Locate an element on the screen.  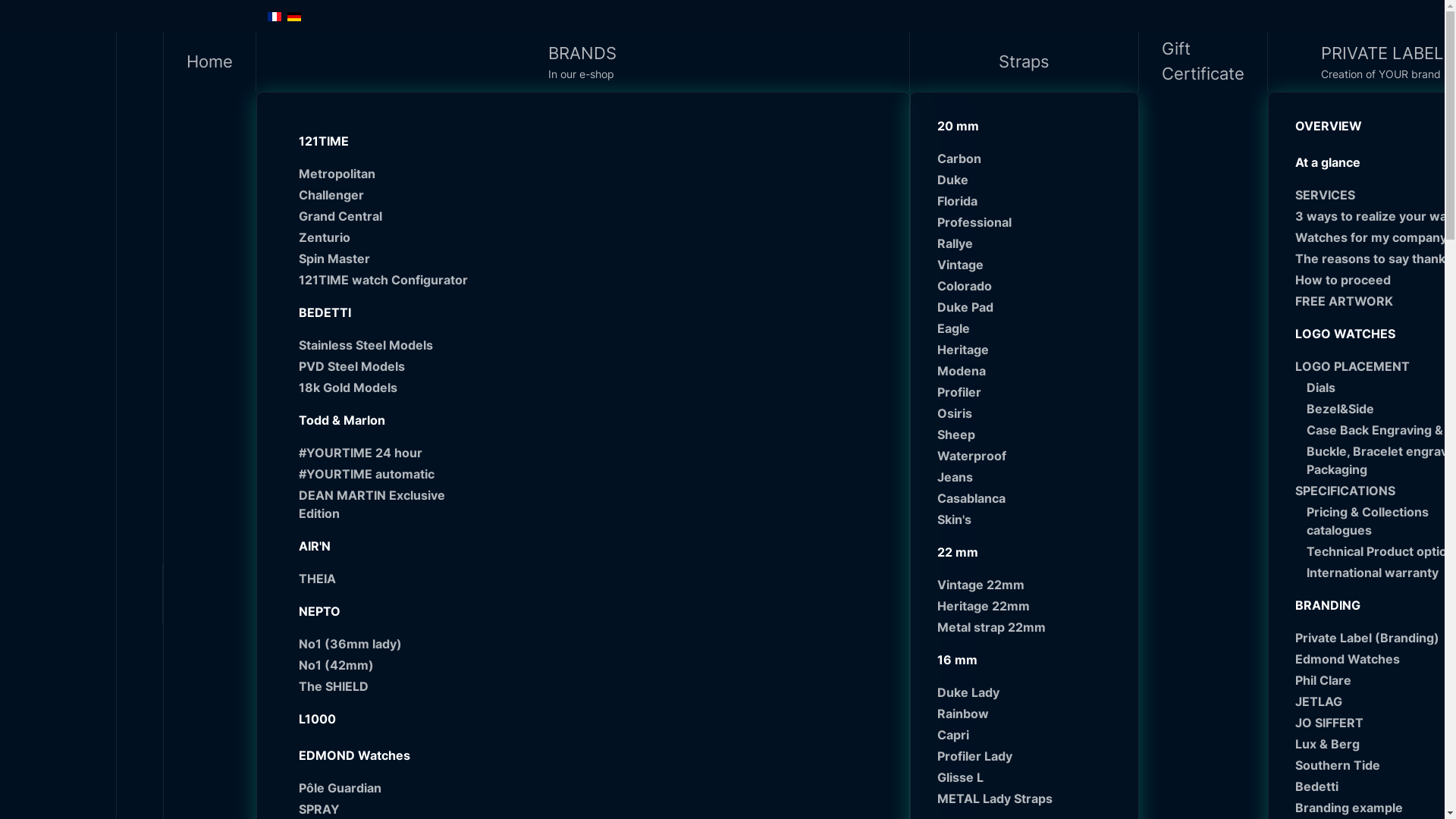
'Glisse L' is located at coordinates (937, 777).